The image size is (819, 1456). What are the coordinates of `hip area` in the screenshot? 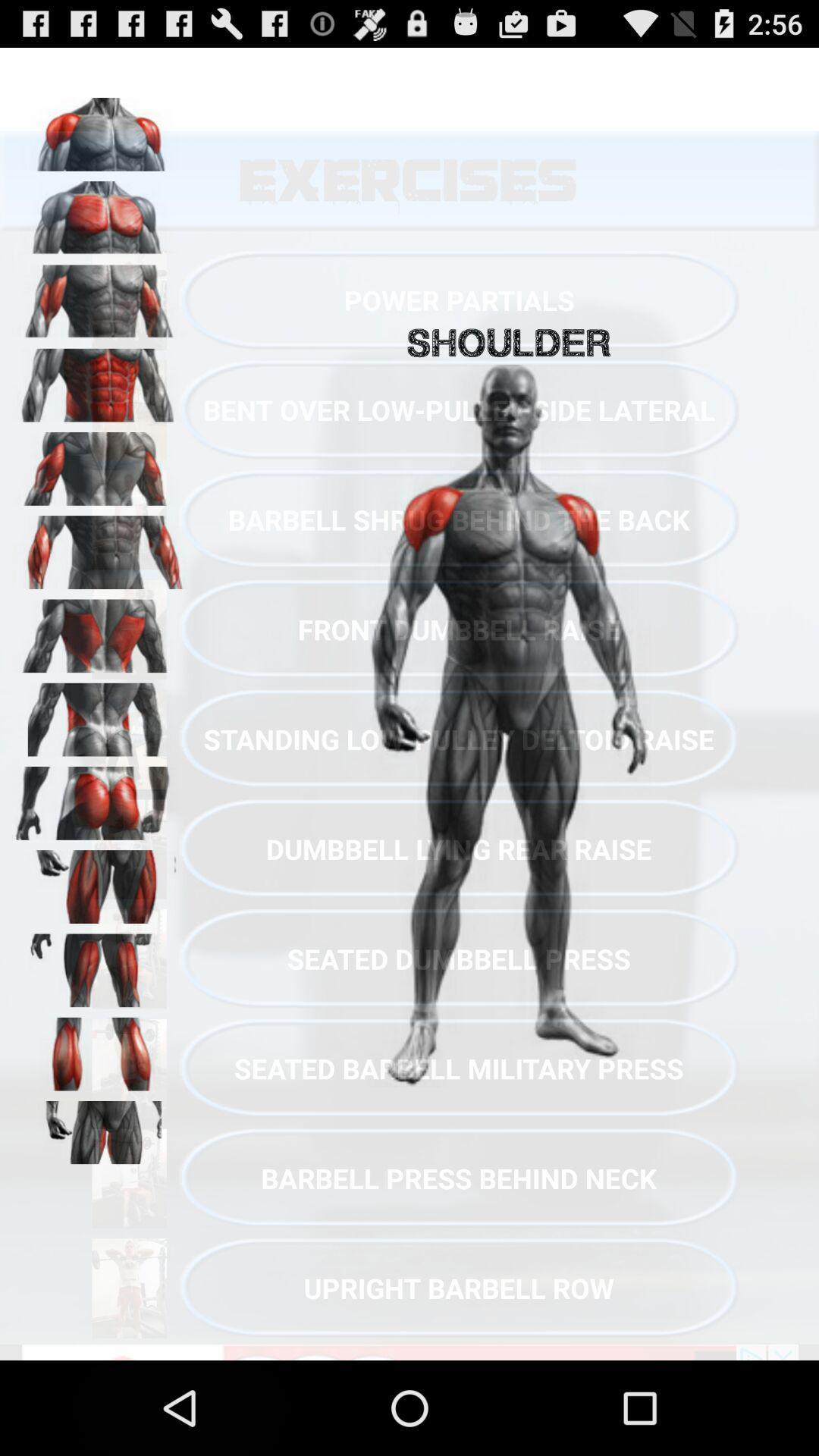 It's located at (99, 714).